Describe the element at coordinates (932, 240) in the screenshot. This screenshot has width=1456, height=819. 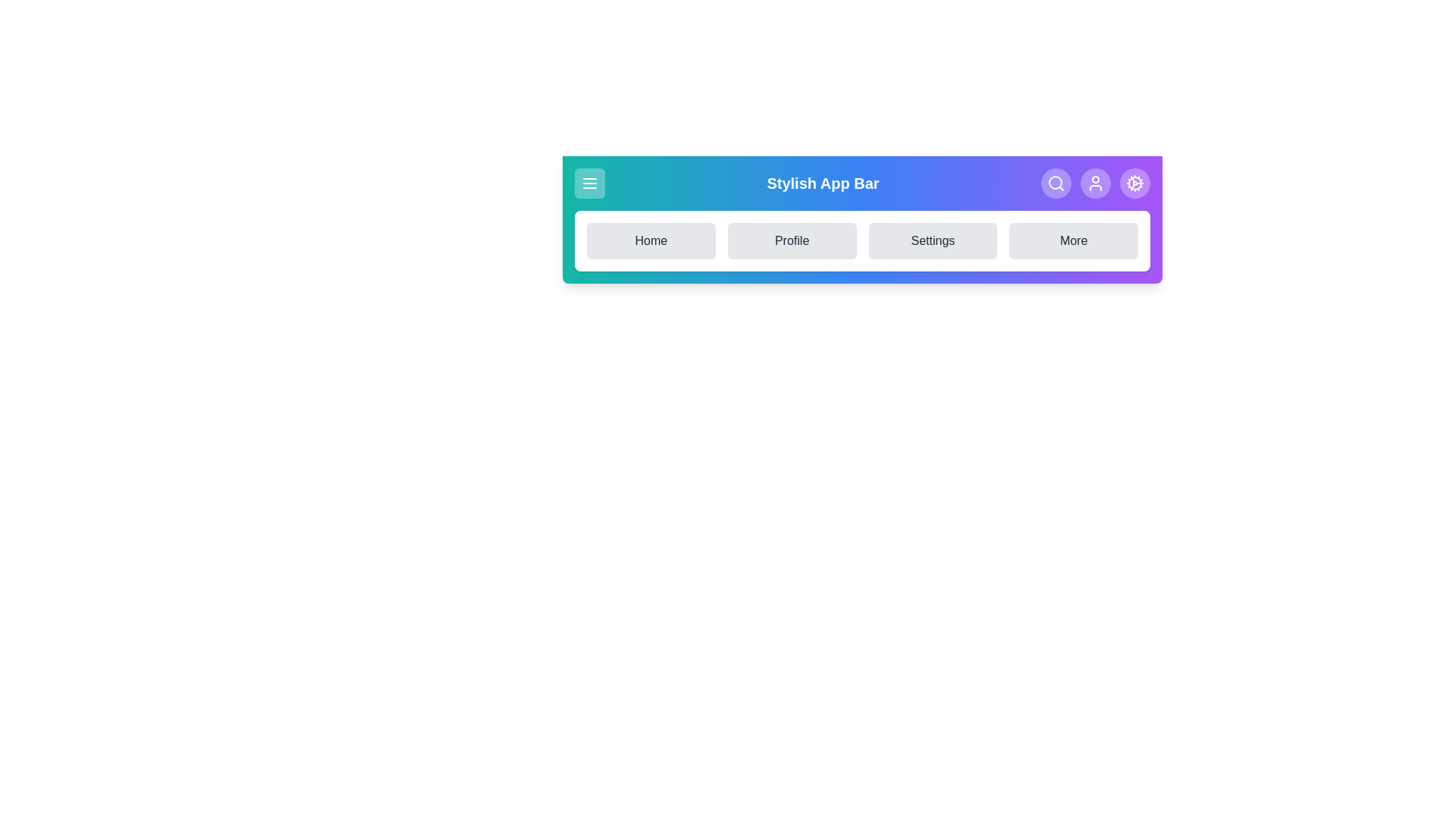
I see `the Settings navigation option` at that location.